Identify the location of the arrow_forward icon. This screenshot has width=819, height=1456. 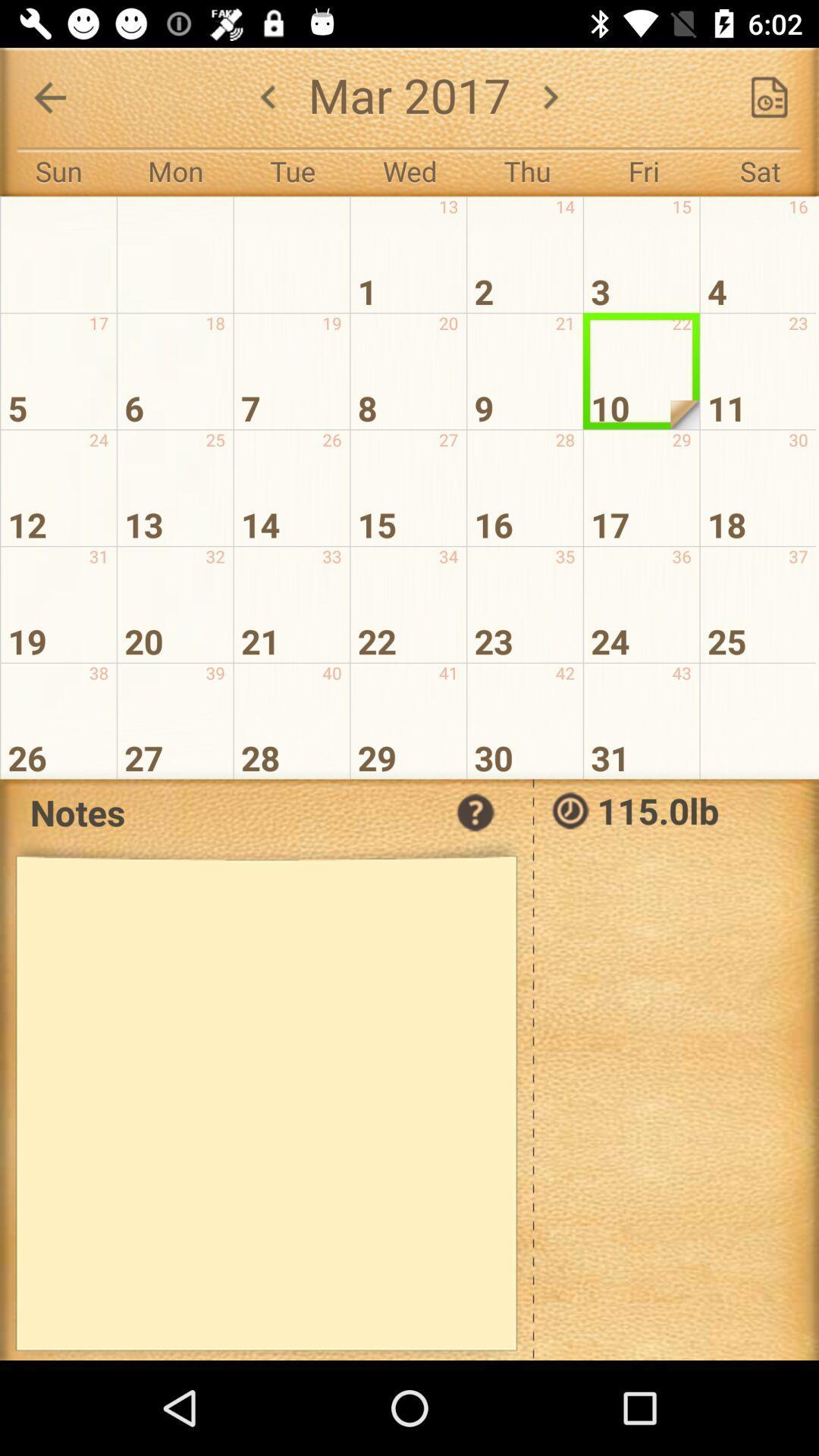
(550, 96).